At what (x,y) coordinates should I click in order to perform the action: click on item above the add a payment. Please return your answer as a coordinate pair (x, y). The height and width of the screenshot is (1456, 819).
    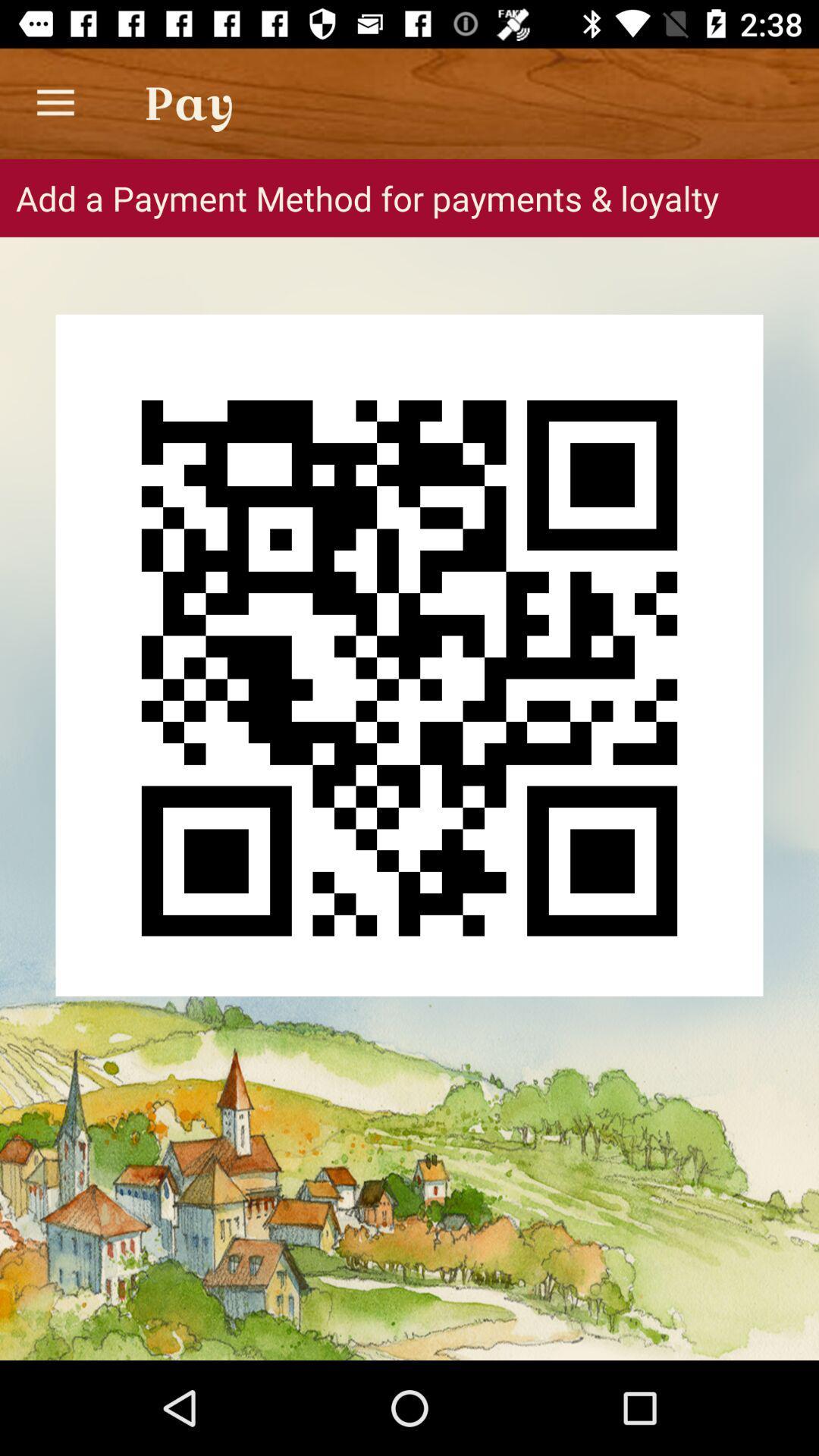
    Looking at the image, I should click on (55, 102).